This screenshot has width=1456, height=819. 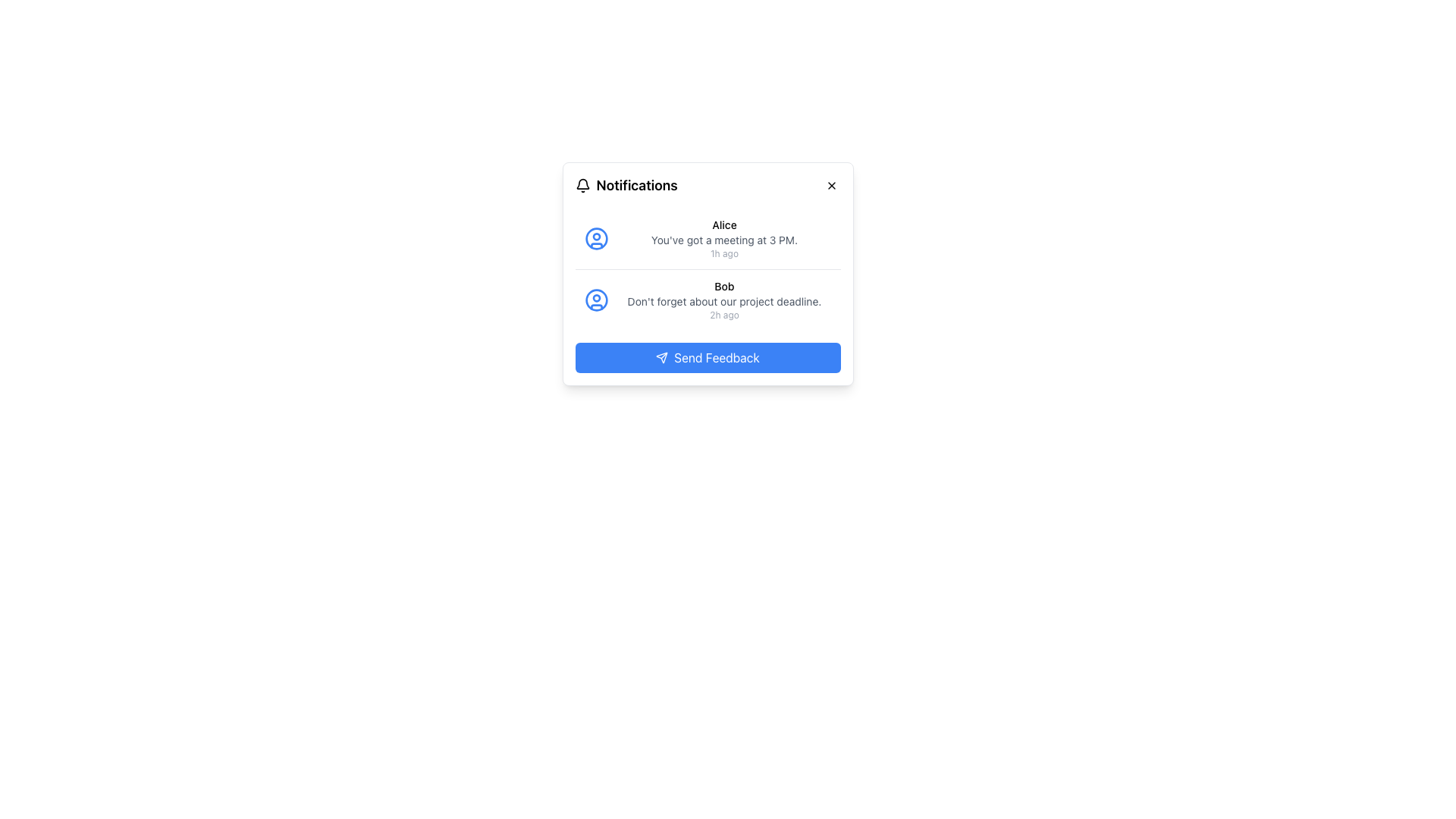 What do you see at coordinates (723, 300) in the screenshot?
I see `the notification message from 'Bob' that displays the content 'Don't forget about our project deadline.'` at bounding box center [723, 300].